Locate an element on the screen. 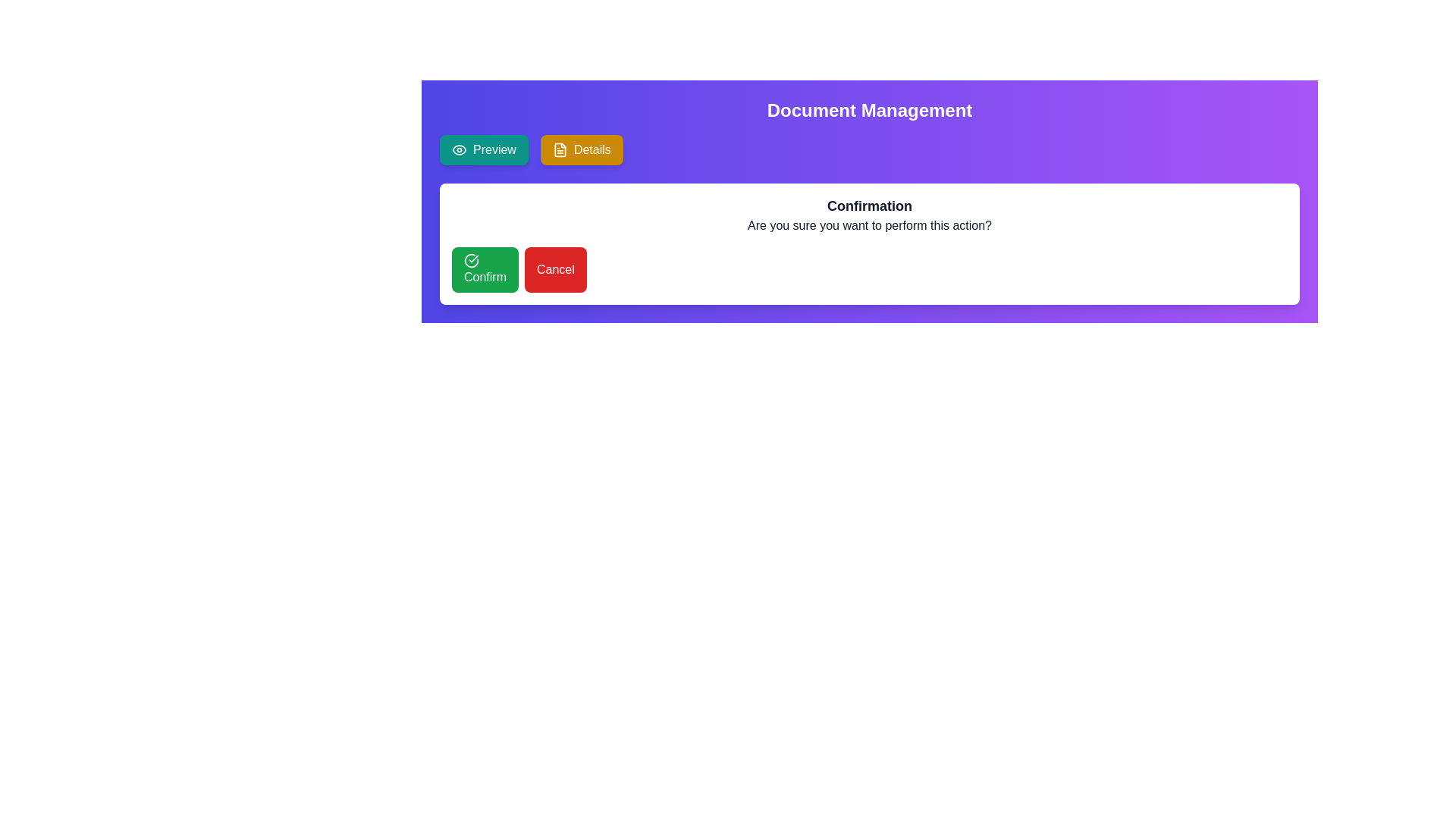  the preview icon embedded within the 'Preview' button located in the top left corner of the interface section is located at coordinates (458, 149).